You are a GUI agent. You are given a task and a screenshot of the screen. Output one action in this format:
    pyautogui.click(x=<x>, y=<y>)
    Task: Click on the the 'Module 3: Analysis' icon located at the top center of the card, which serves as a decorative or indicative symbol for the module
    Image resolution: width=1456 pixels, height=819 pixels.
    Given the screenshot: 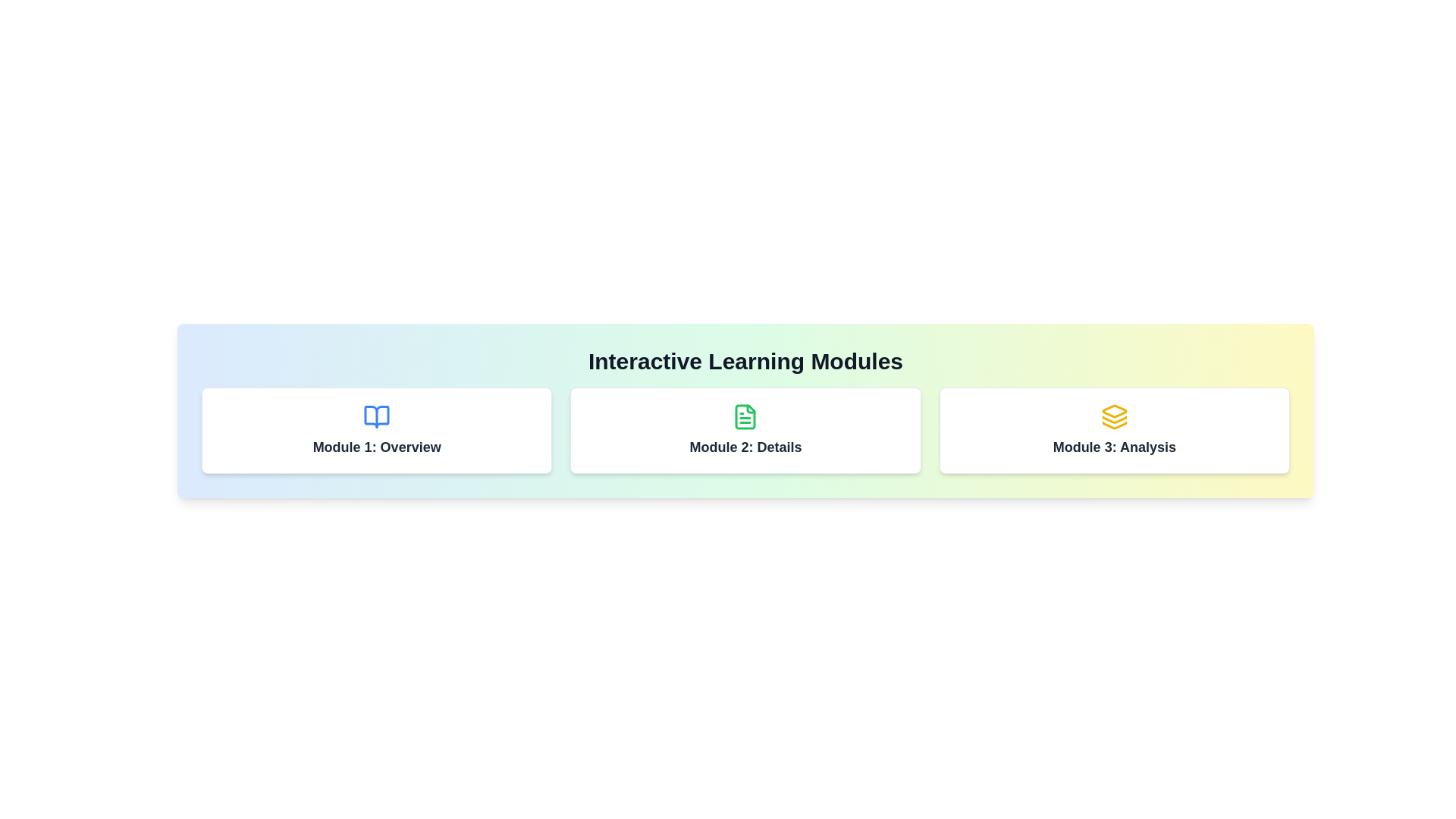 What is the action you would take?
    pyautogui.click(x=1114, y=417)
    